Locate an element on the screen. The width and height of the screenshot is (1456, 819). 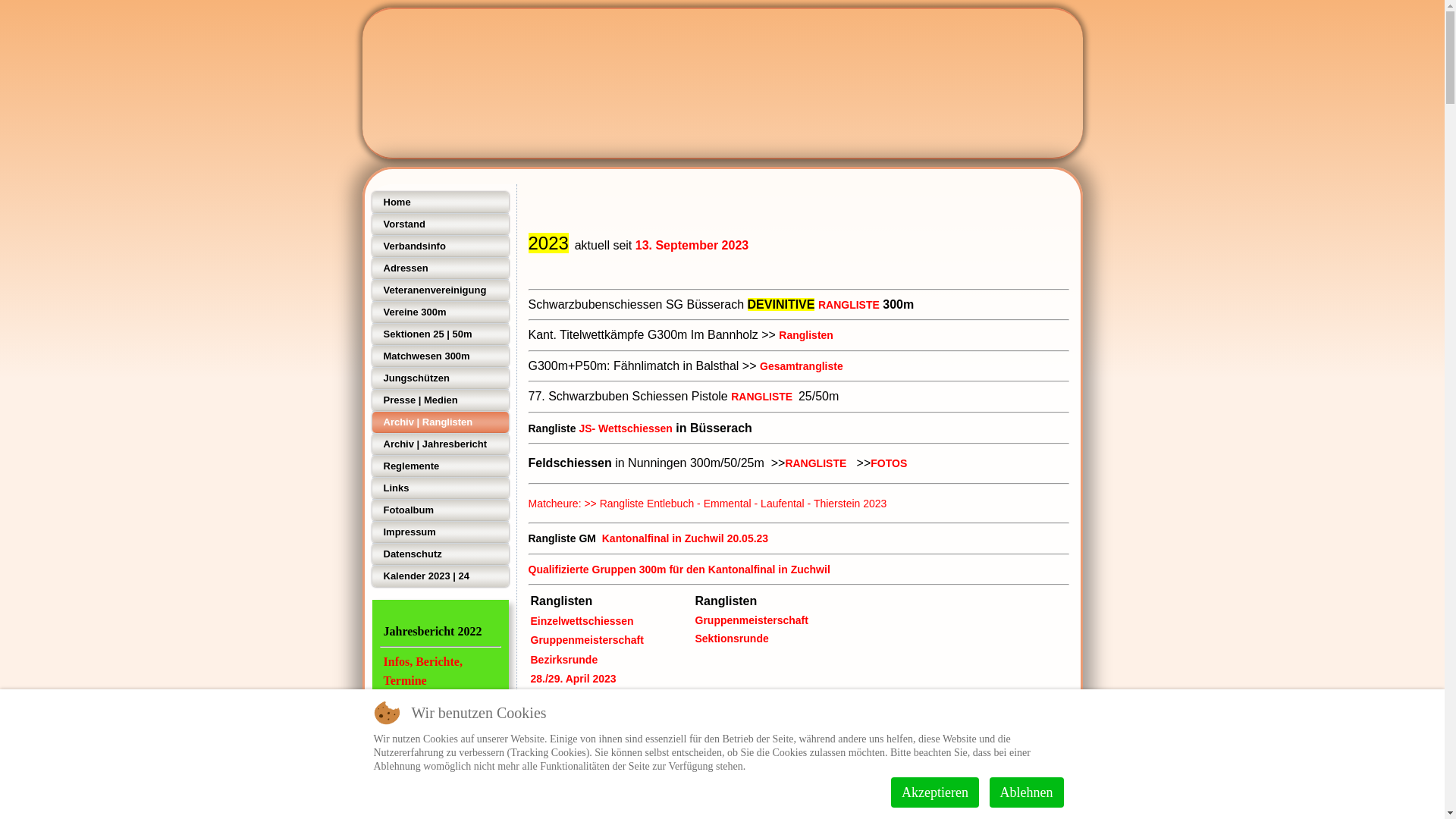
'Ablehnen' is located at coordinates (990, 792).